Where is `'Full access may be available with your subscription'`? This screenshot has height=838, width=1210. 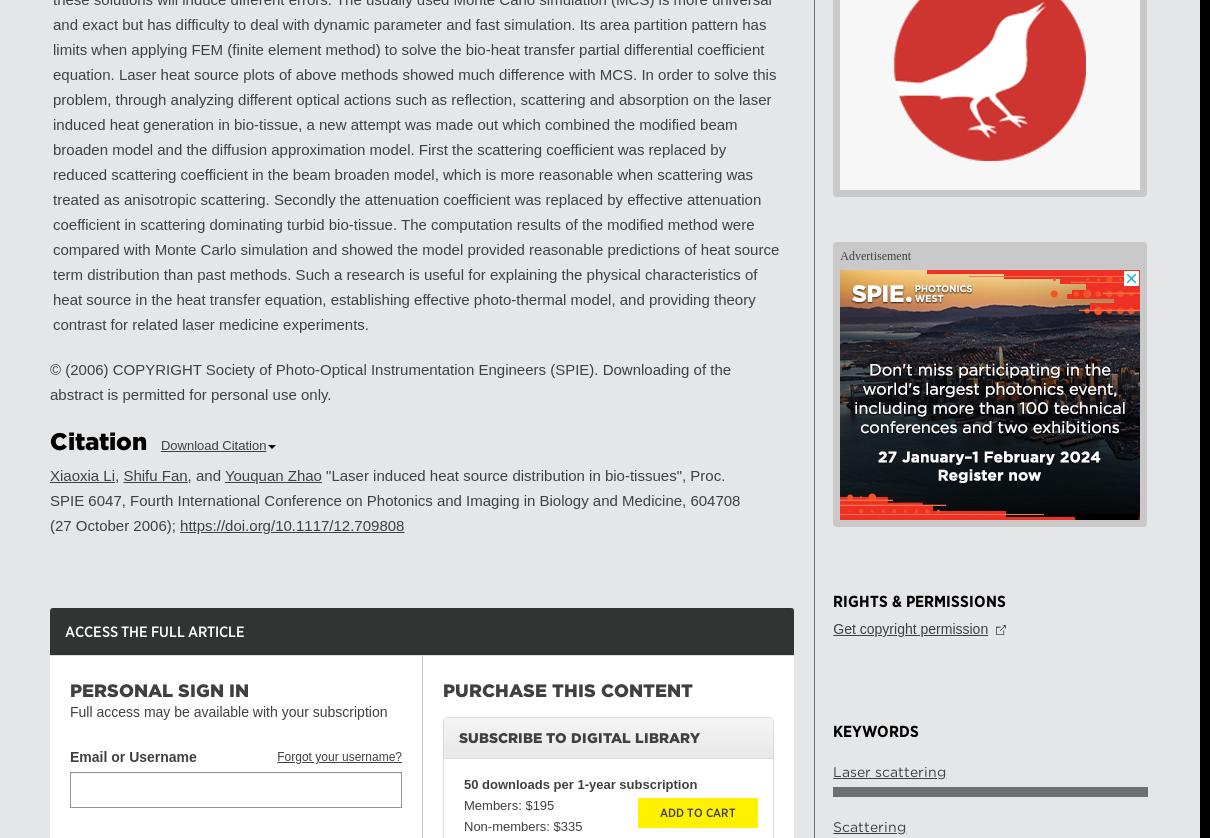
'Full access may be available with your subscription' is located at coordinates (69, 710).